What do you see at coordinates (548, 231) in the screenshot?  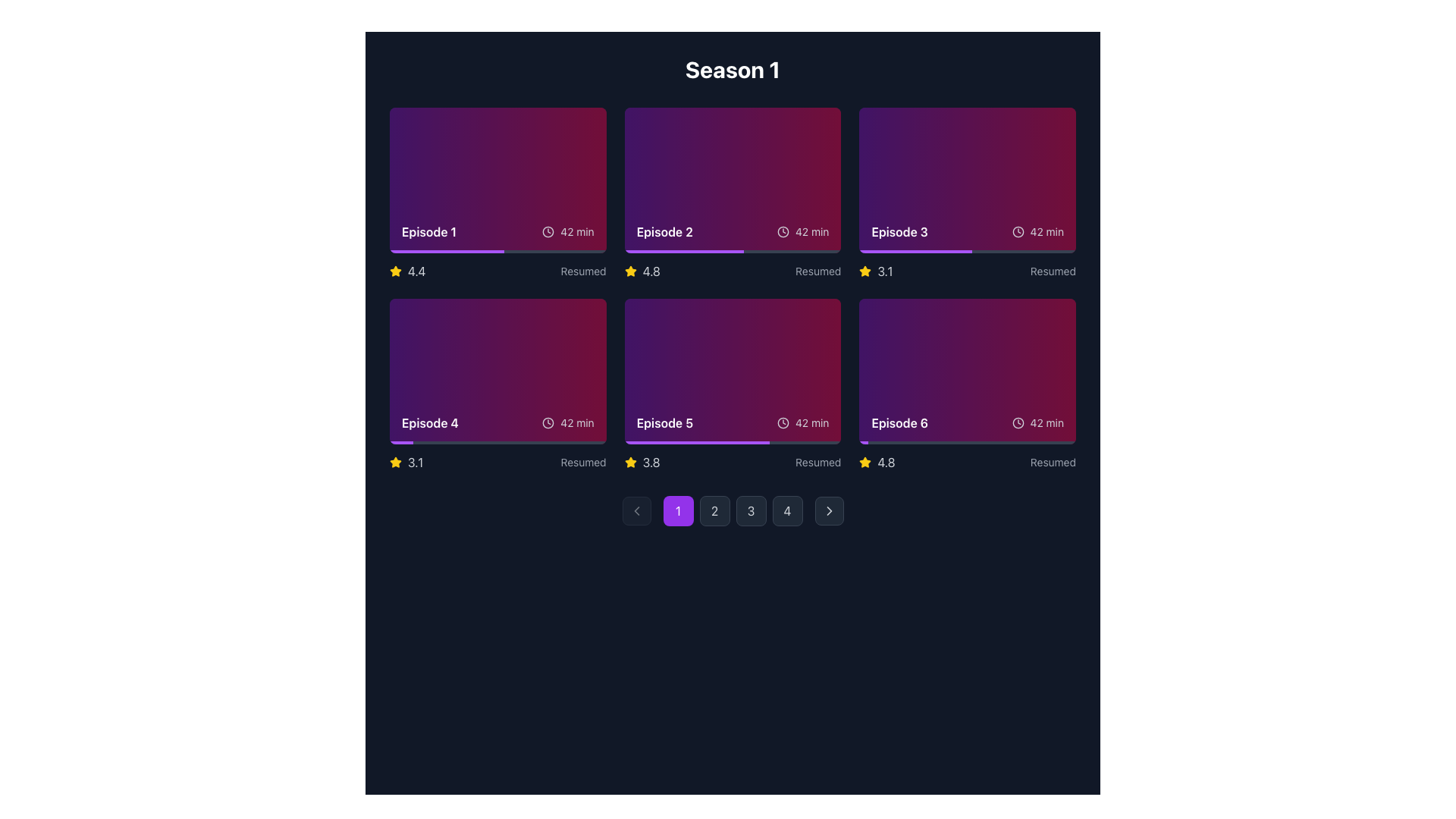 I see `the clock icon, which is a gray-toned circular clock face with hands, located next to the text '42 min' in the Episode 1 card` at bounding box center [548, 231].